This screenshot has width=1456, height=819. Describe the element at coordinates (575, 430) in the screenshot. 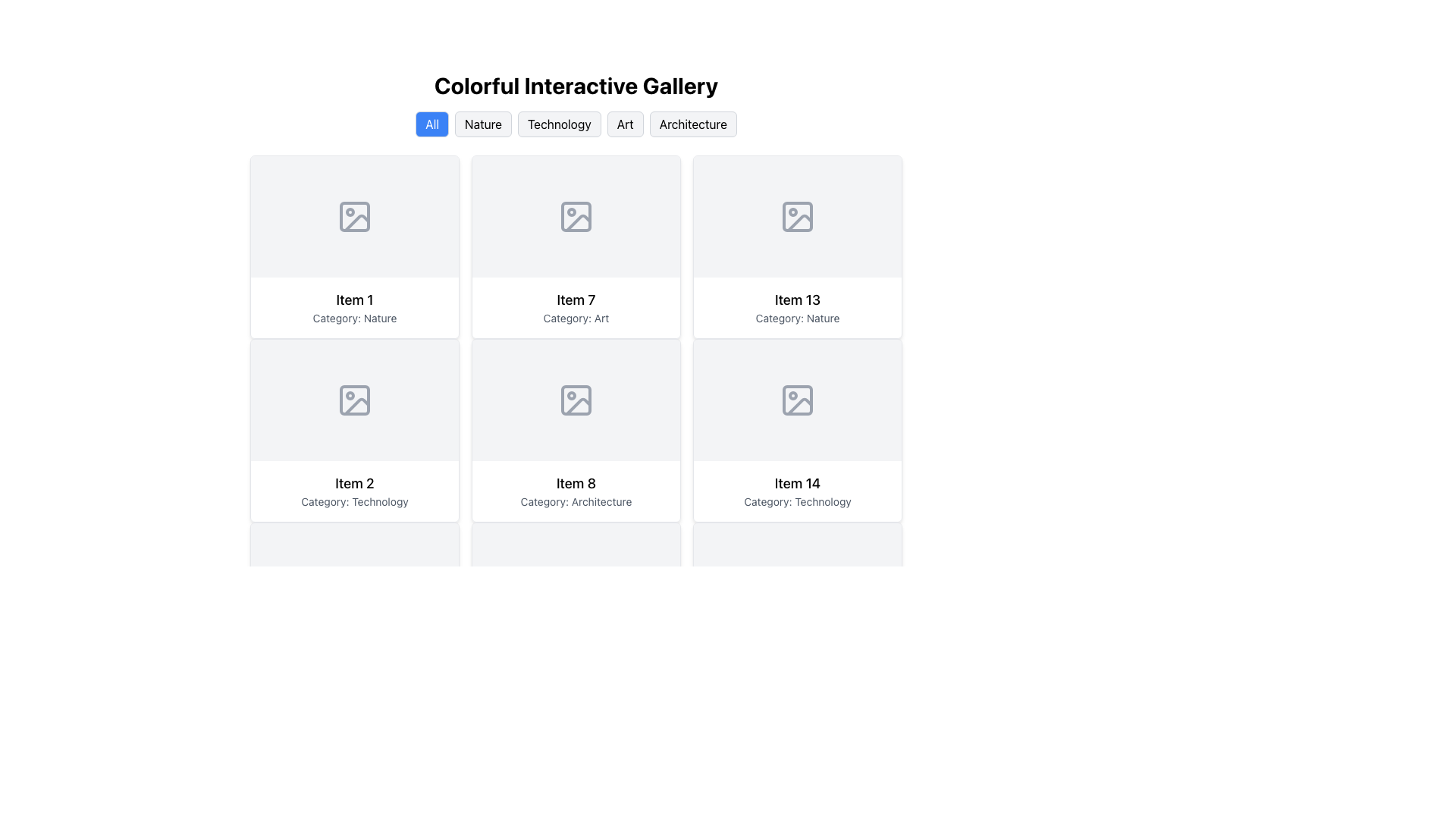

I see `the card element displaying 'Item 8' with the subtitle 'Category: Architecture', which is located in the second row and second column of the grid layout` at that location.